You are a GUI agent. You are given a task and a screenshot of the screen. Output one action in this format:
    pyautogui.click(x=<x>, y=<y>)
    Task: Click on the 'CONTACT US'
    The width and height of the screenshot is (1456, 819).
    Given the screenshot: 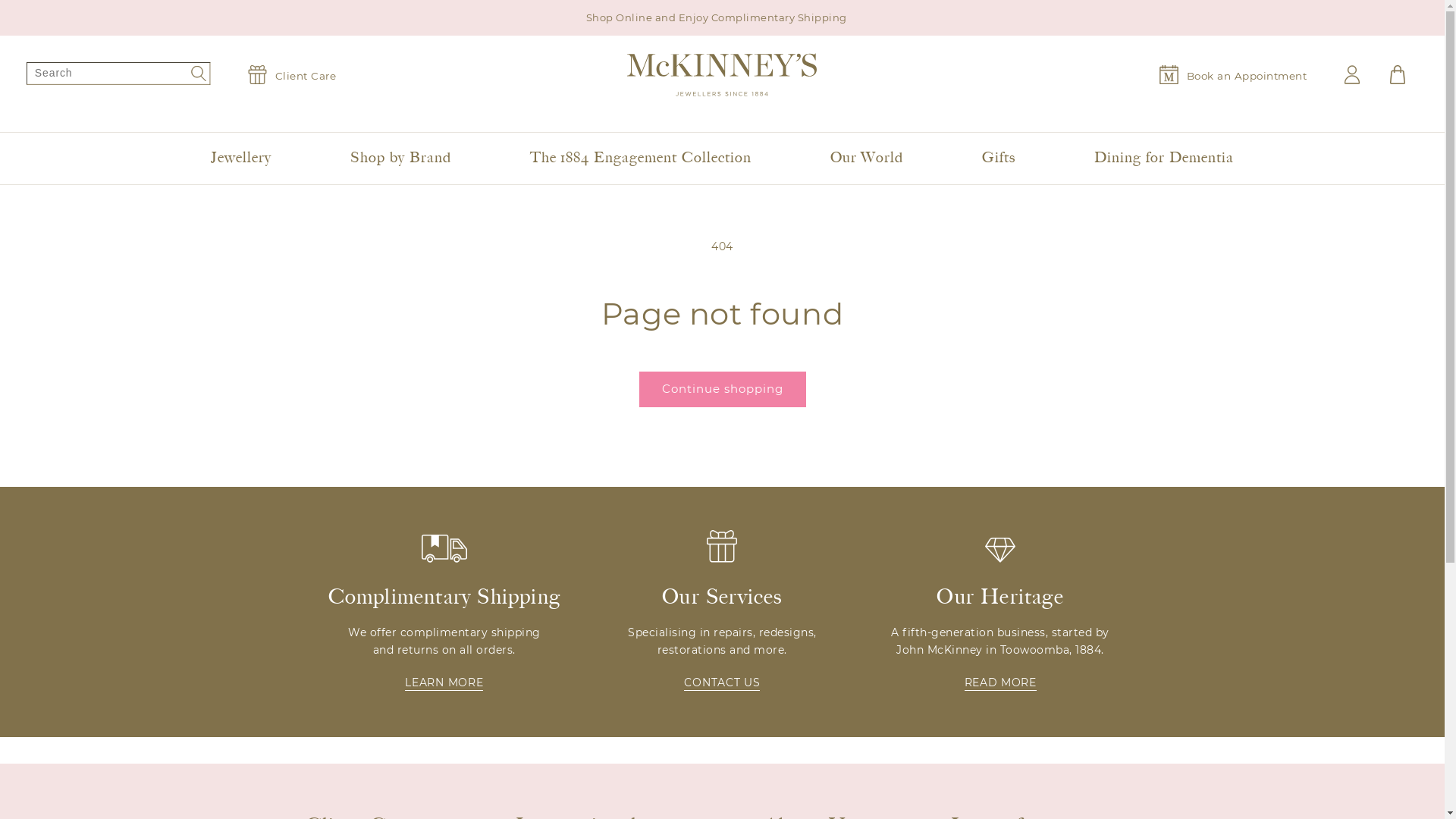 What is the action you would take?
    pyautogui.click(x=720, y=683)
    